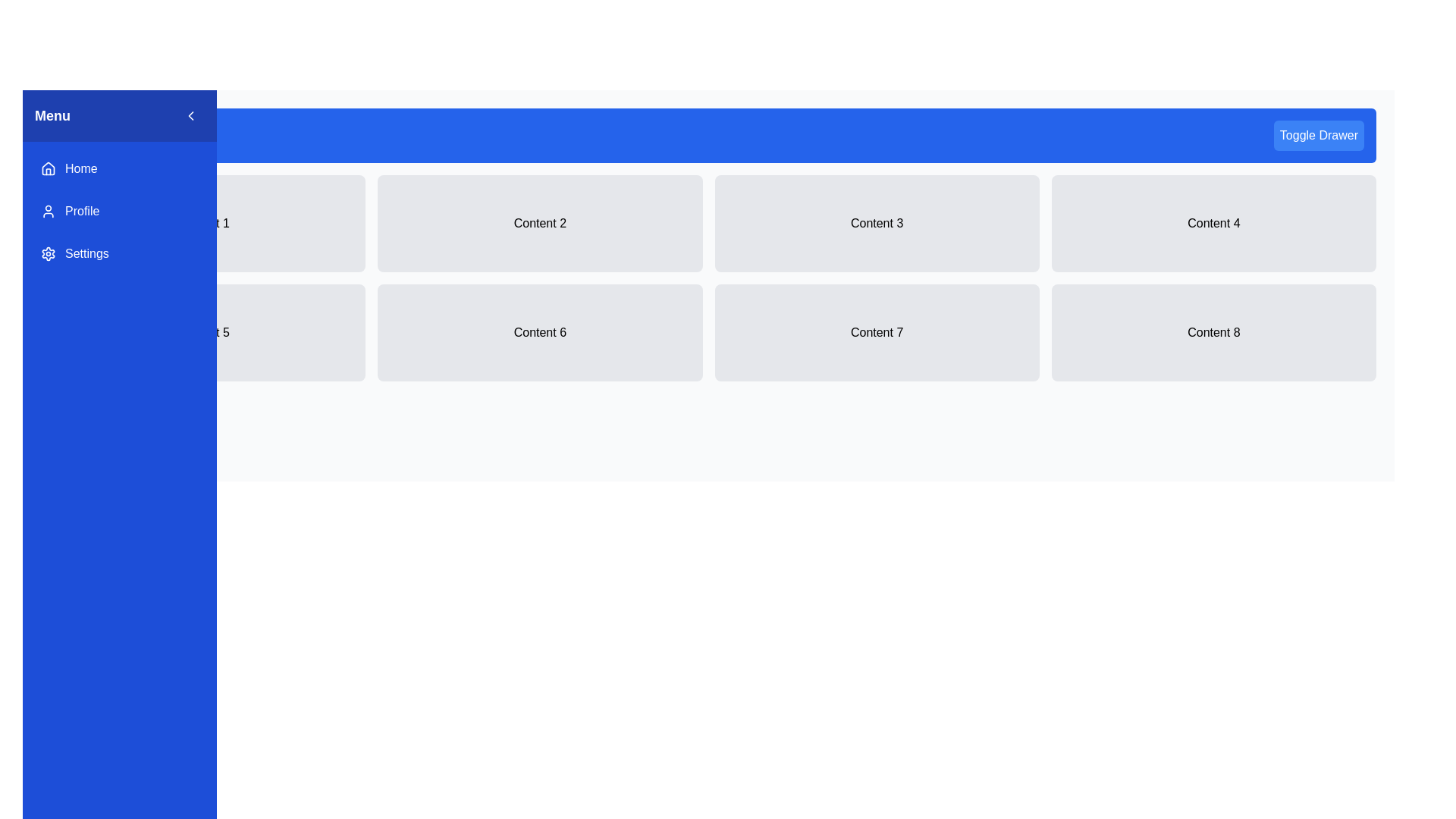  I want to click on the Chevron Left icon located in the navigation menu, positioned to the left of the 'Menu' title, so click(190, 115).